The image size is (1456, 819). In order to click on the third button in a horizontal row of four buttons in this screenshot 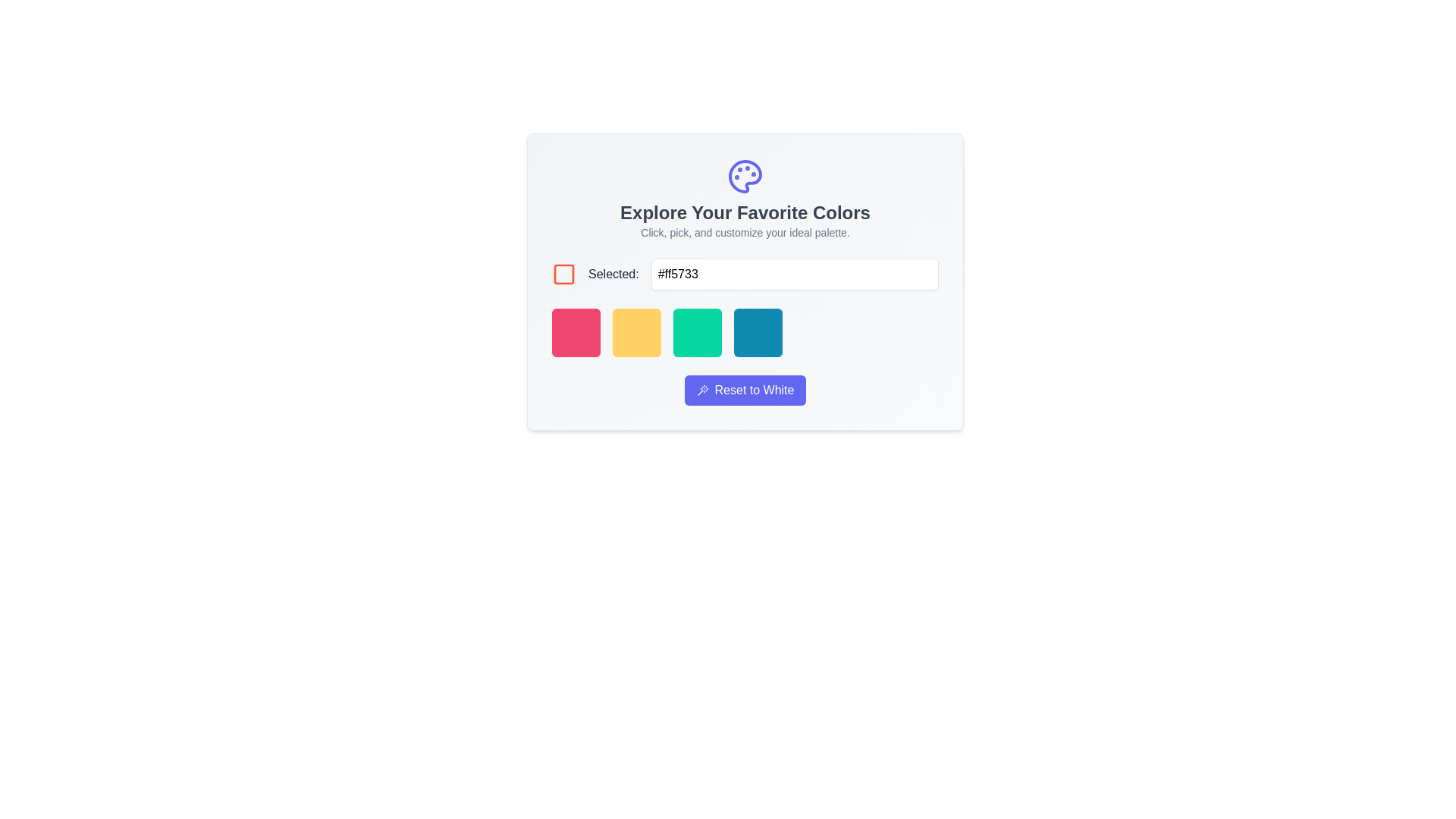, I will do `click(697, 332)`.